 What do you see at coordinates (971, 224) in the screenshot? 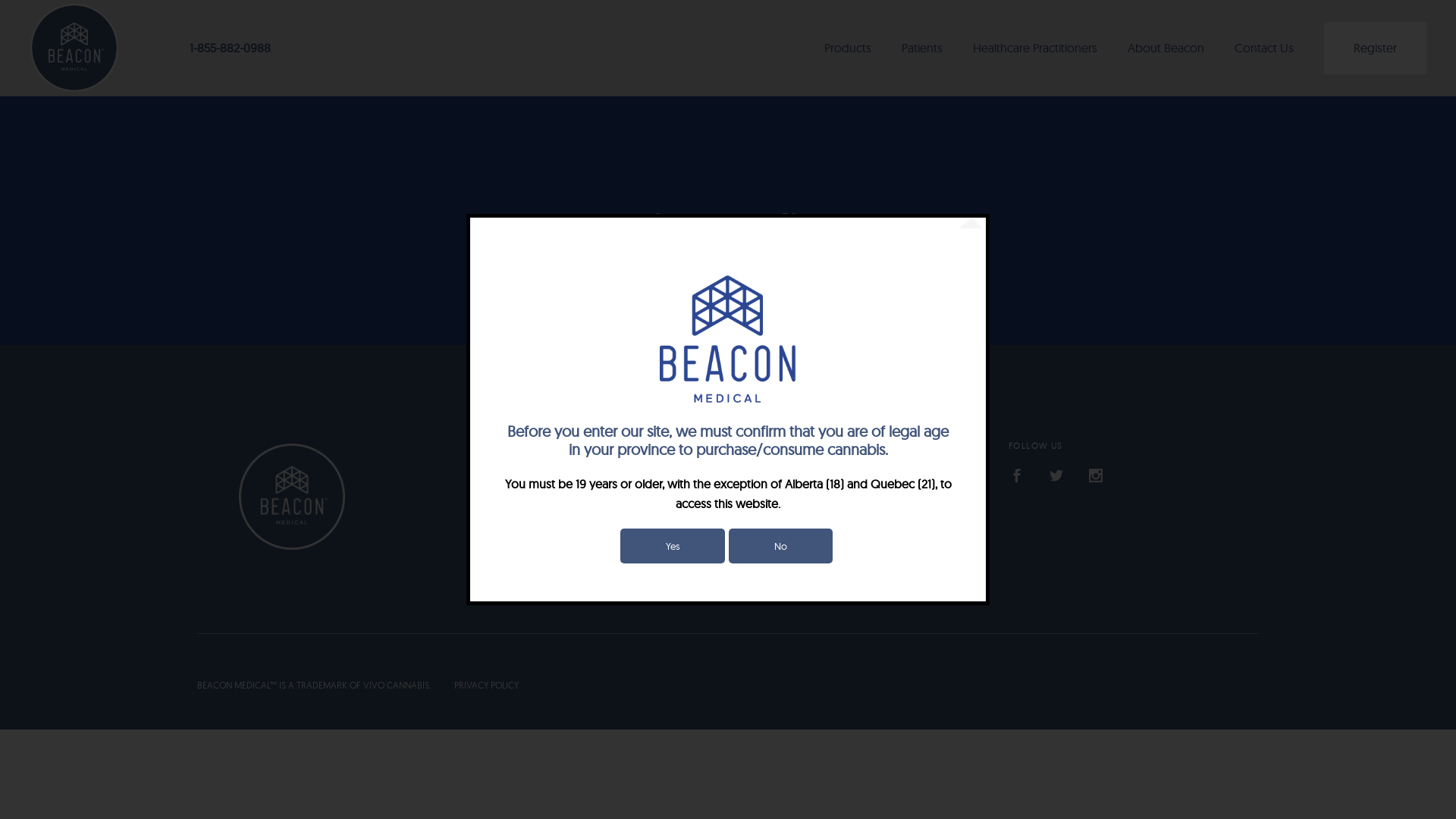
I see `'Close'` at bounding box center [971, 224].